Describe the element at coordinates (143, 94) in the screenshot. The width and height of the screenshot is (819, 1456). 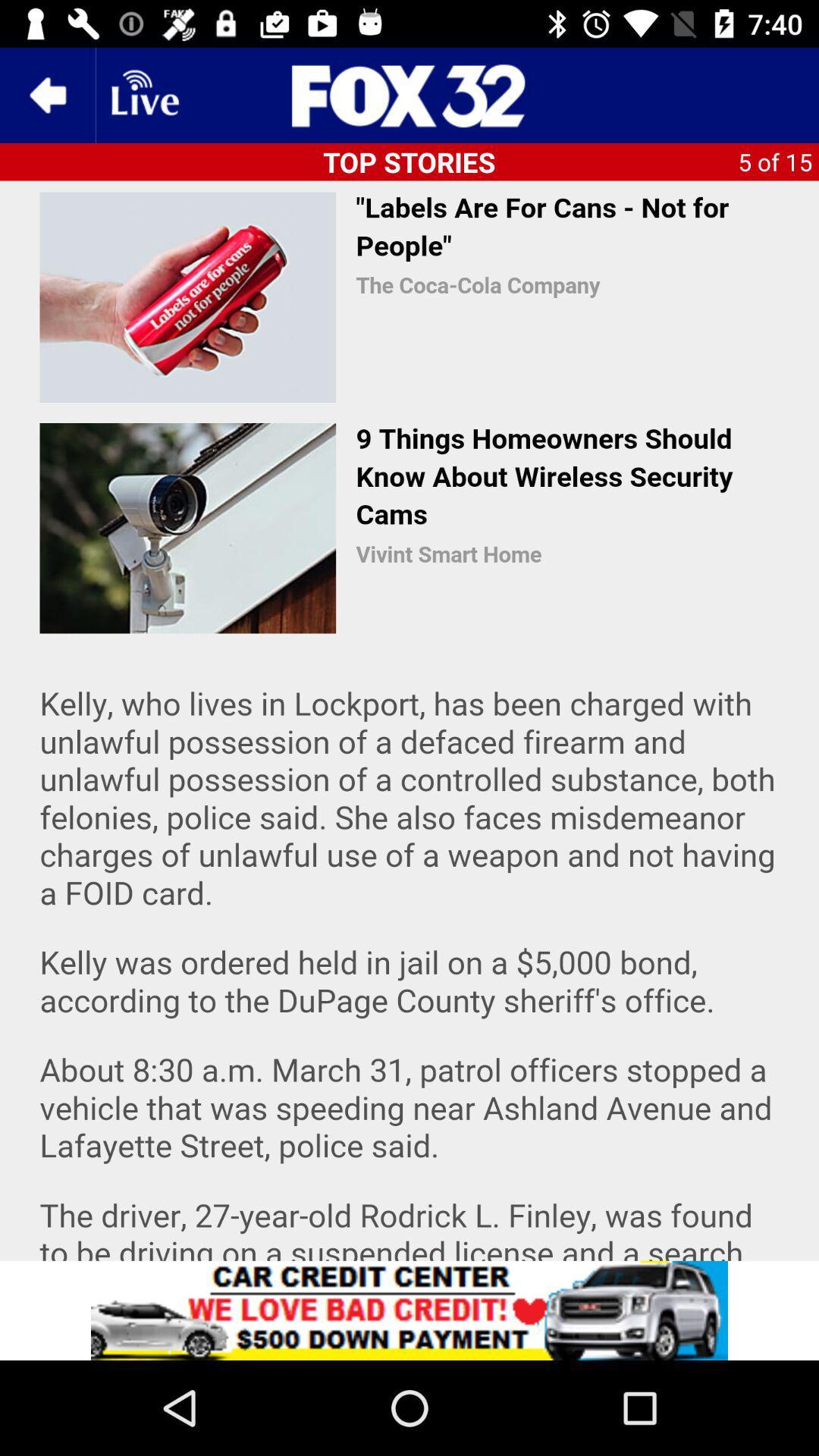
I see `live video` at that location.